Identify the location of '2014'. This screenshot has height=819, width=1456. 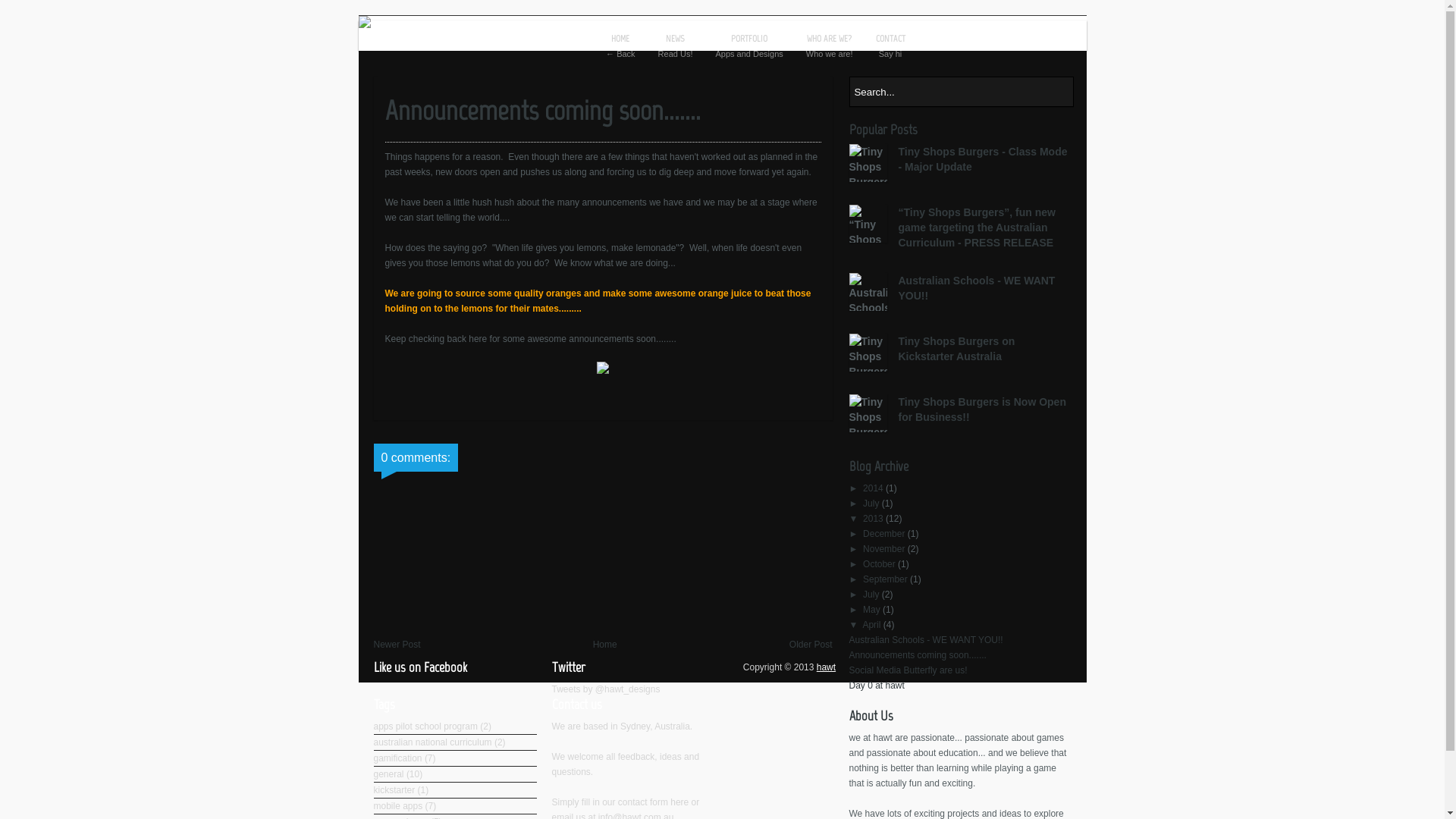
(862, 488).